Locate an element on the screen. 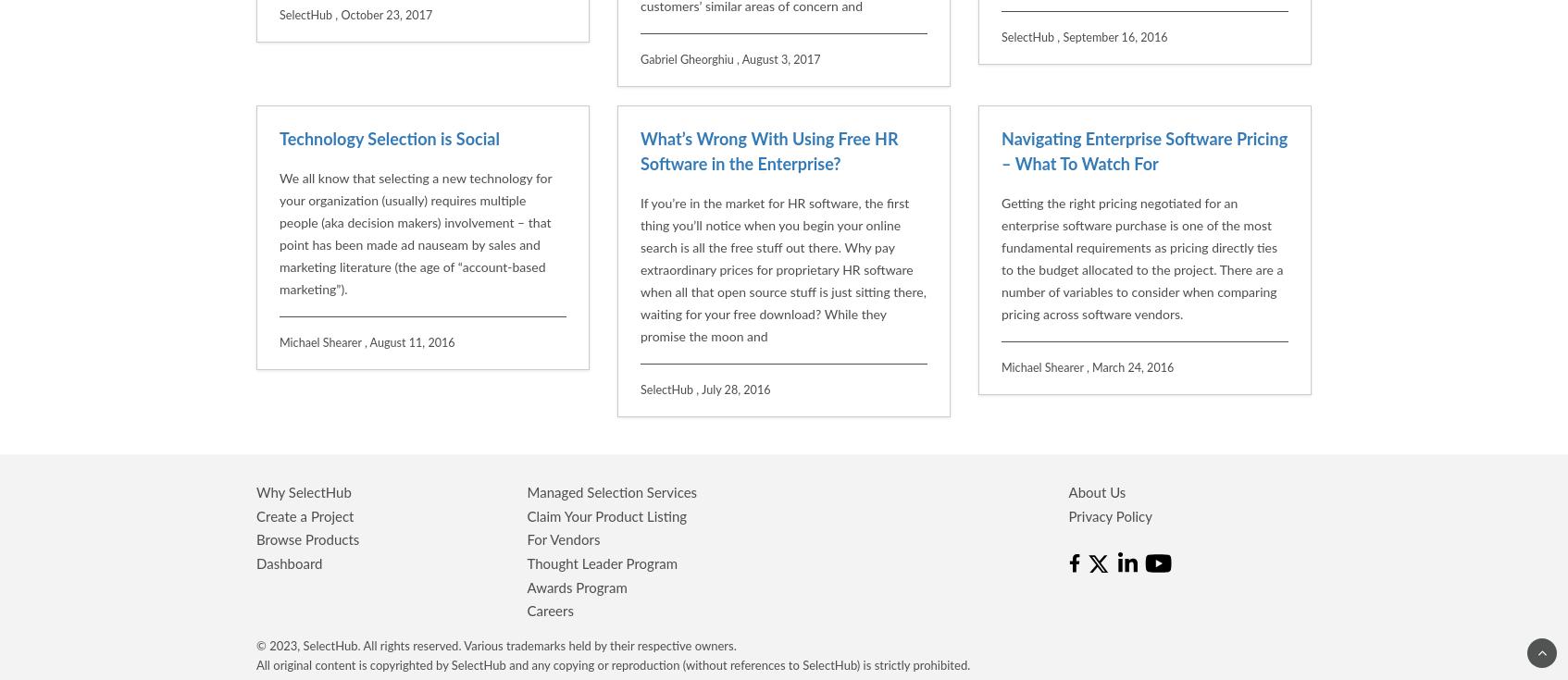 This screenshot has width=1568, height=680. 'Create a Project' is located at coordinates (305, 327).